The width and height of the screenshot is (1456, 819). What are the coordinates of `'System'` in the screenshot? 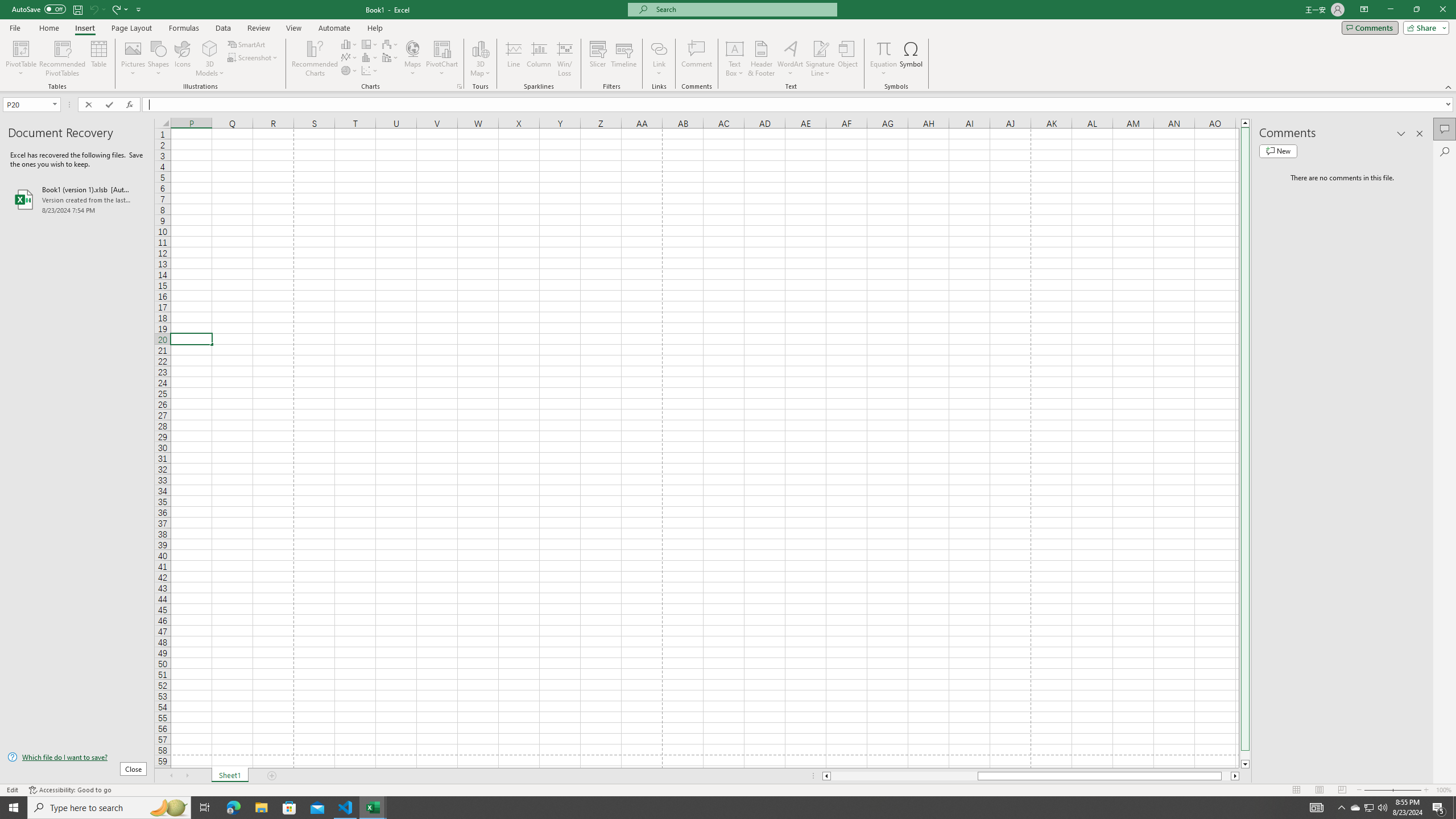 It's located at (6, 5).